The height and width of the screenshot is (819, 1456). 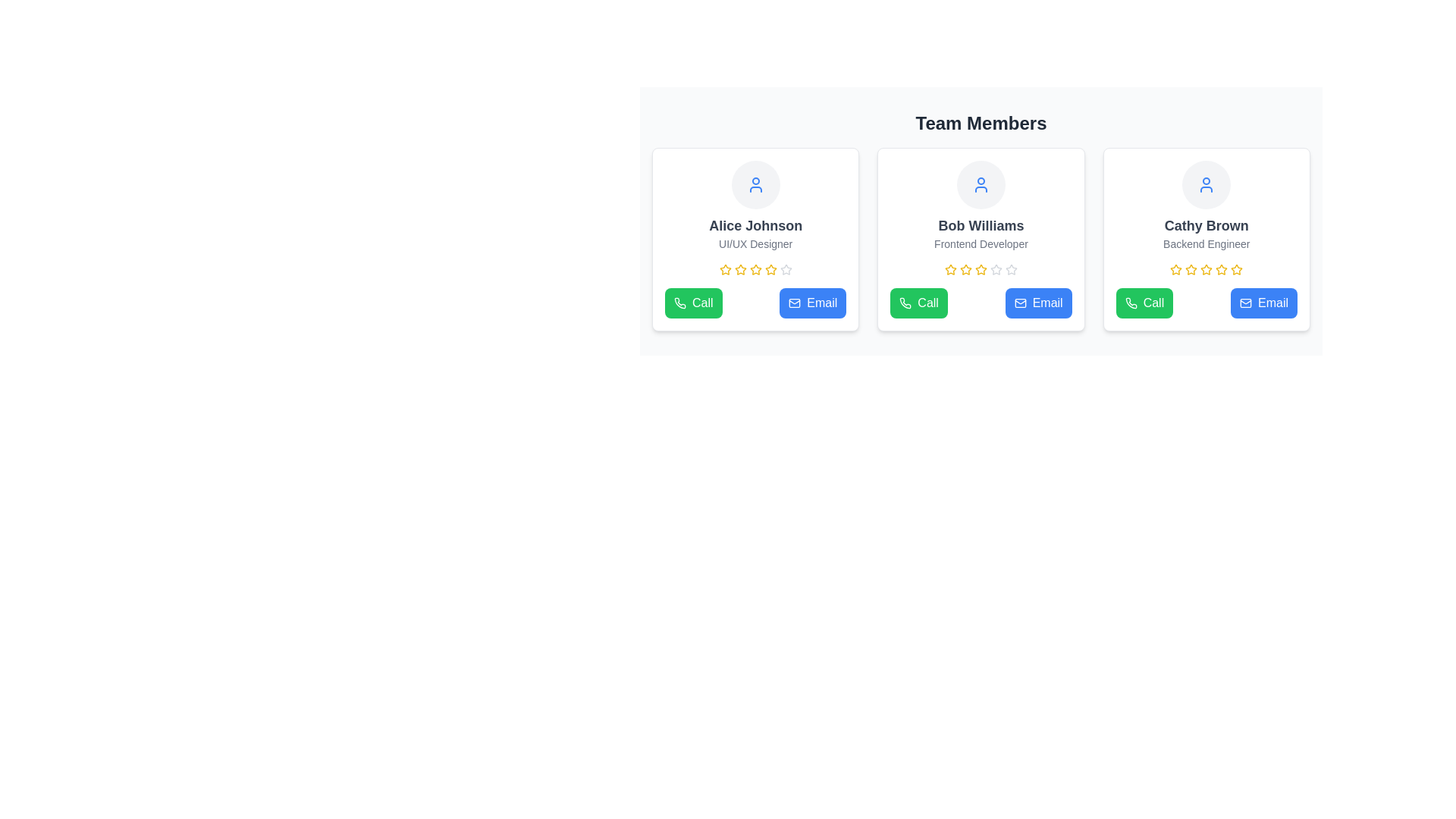 What do you see at coordinates (794, 303) in the screenshot?
I see `the envelope icon located to the left of the 'Email' text on the blue 'Email' button for Alice Johnson` at bounding box center [794, 303].